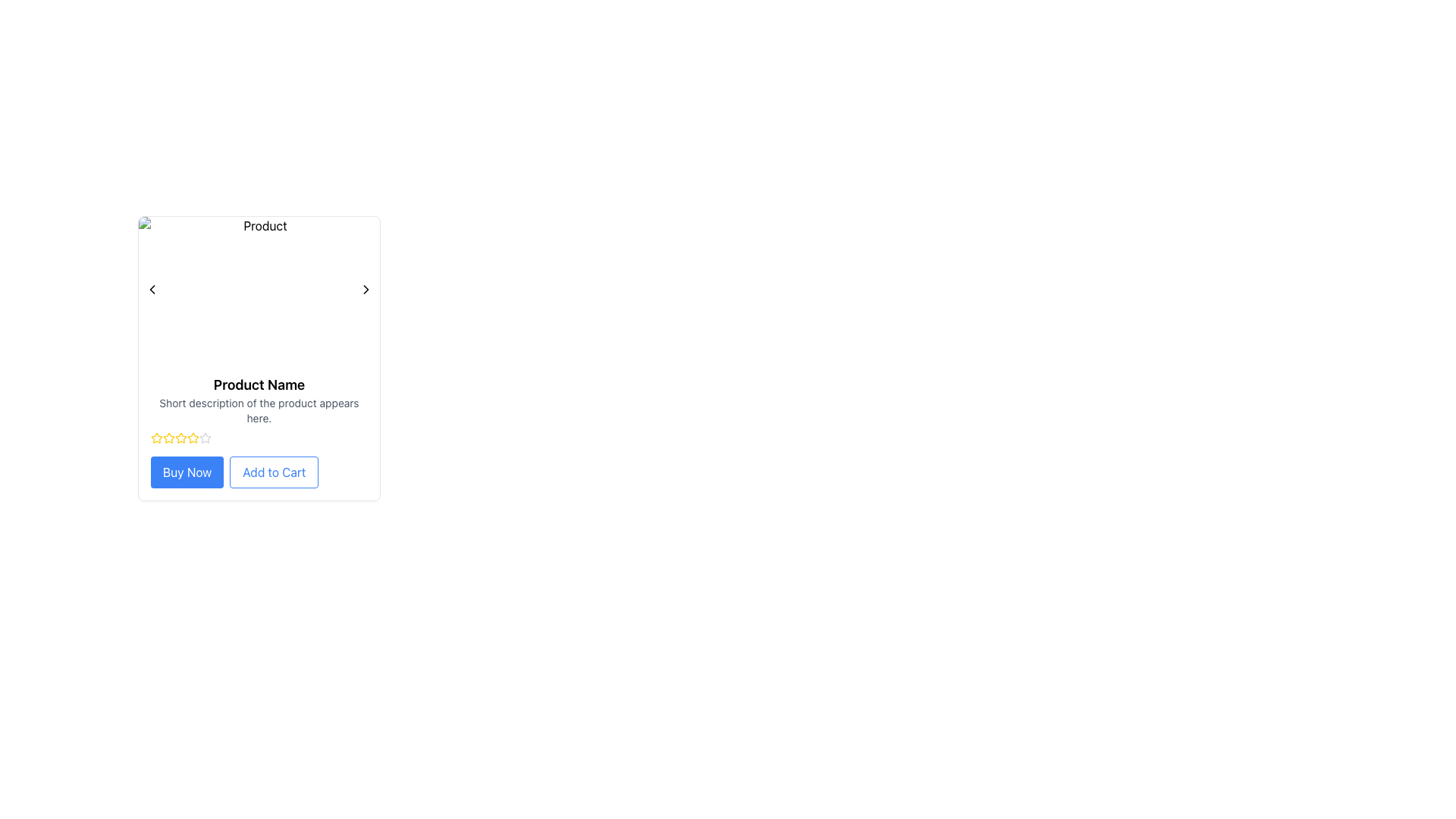 The image size is (1456, 819). Describe the element at coordinates (181, 438) in the screenshot. I see `the second star icon in the rating row to change the product's rating` at that location.